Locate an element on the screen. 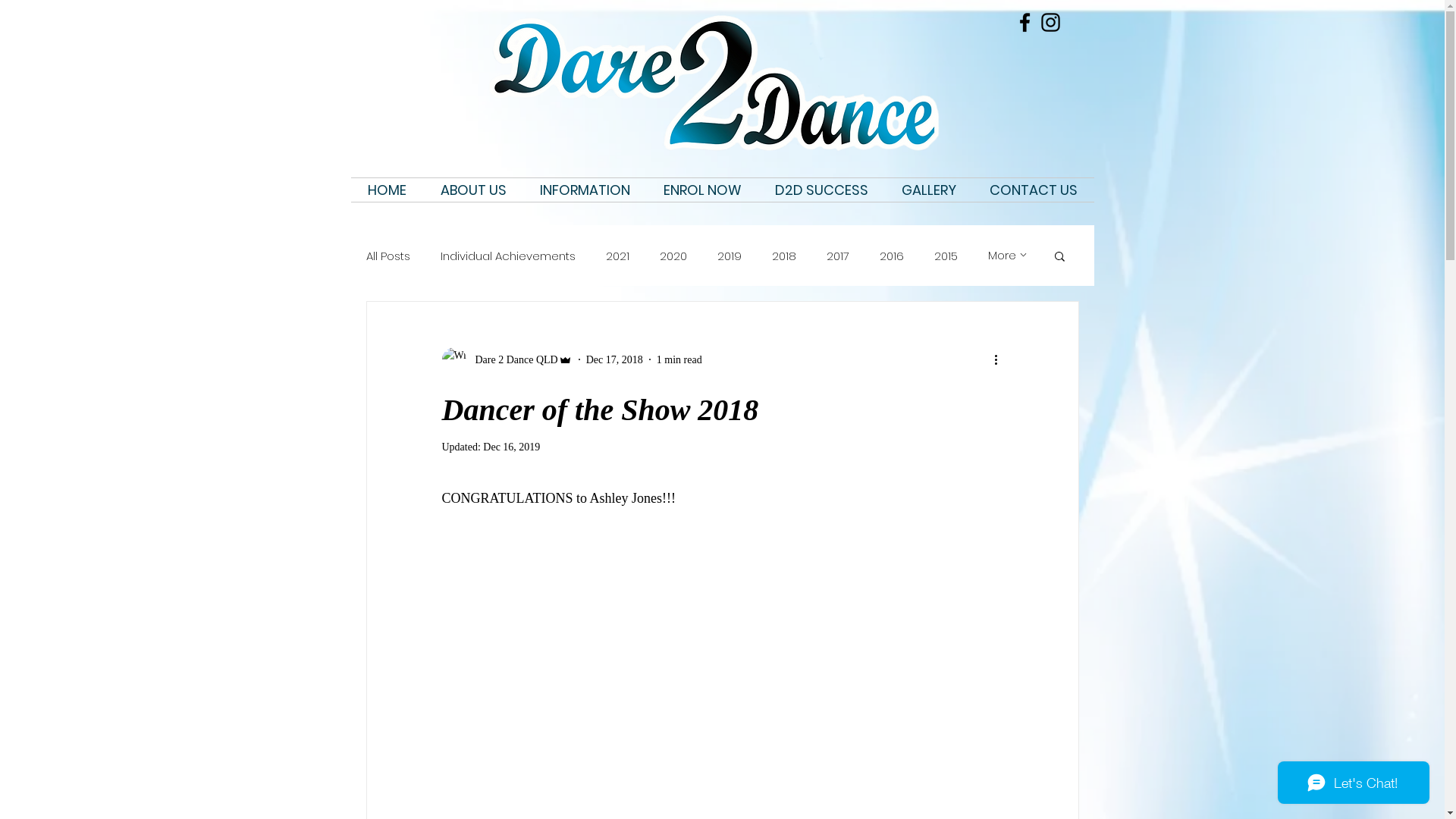 The height and width of the screenshot is (819, 1456). '2020' is located at coordinates (673, 255).